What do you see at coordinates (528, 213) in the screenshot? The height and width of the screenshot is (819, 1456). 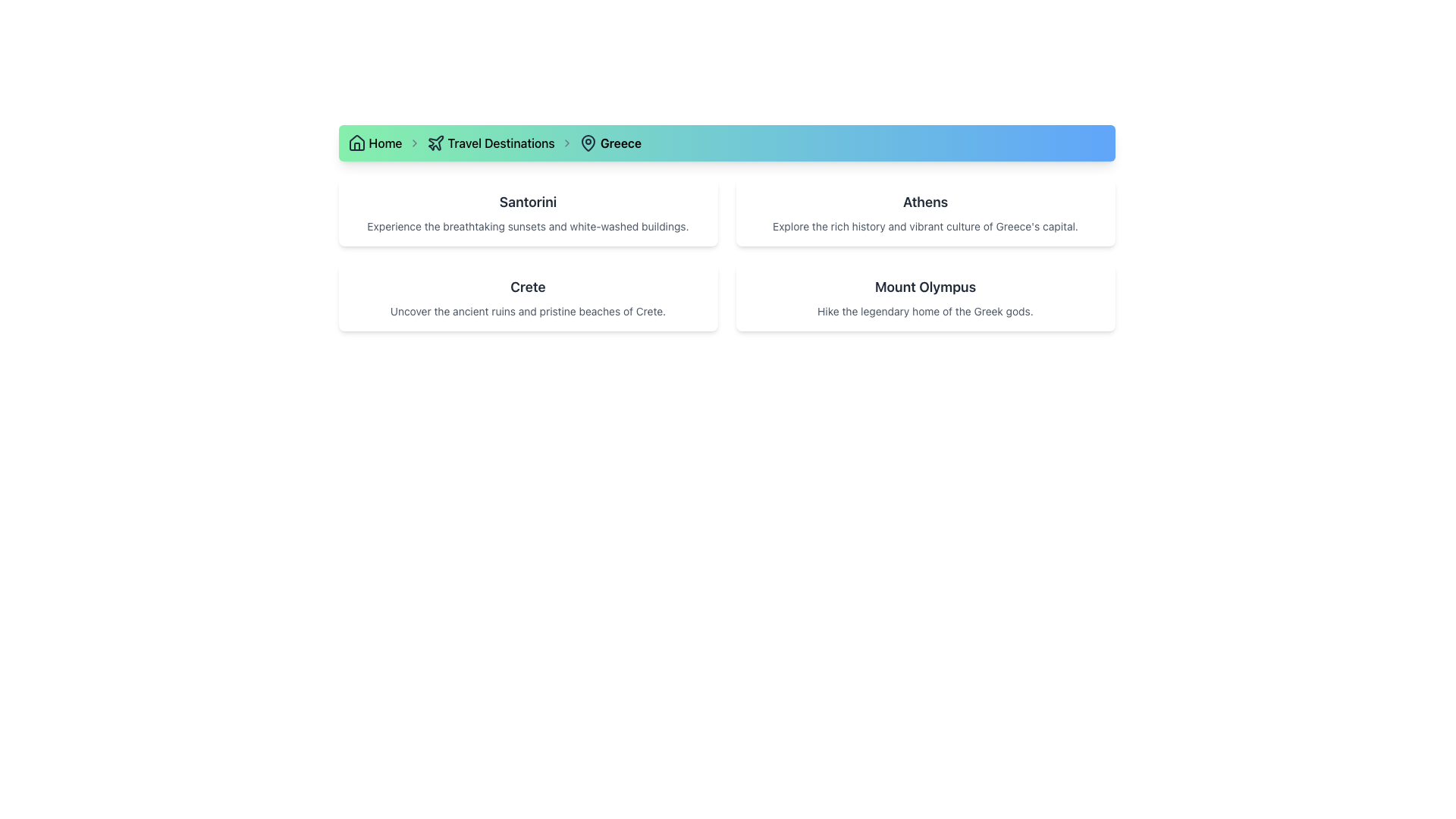 I see `the informational card displaying details about the travel destination 'Santorini', located in the top-left section of a two-column grid layout` at bounding box center [528, 213].